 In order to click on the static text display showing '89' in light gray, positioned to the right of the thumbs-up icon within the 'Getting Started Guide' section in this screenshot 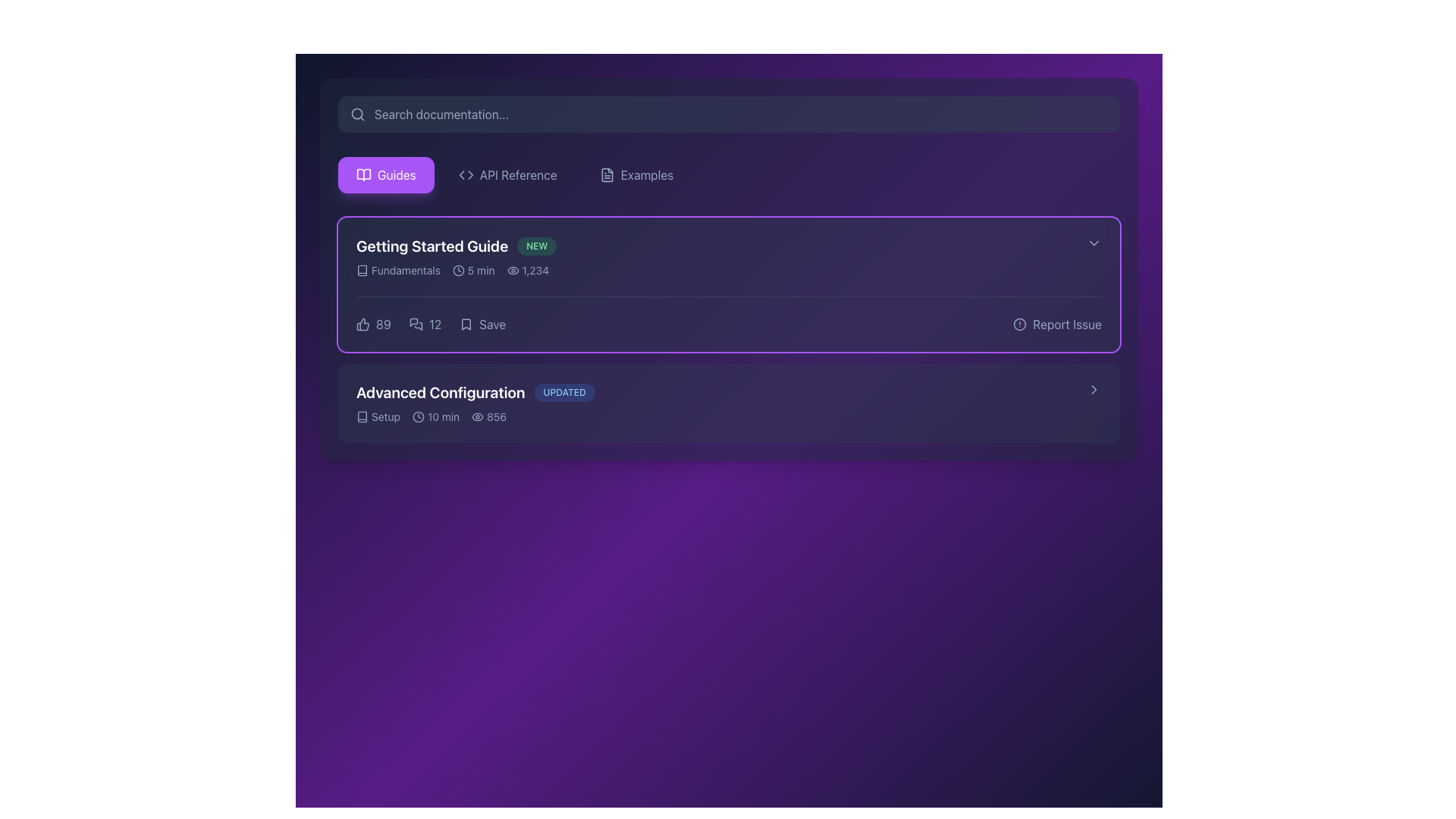, I will do `click(383, 324)`.